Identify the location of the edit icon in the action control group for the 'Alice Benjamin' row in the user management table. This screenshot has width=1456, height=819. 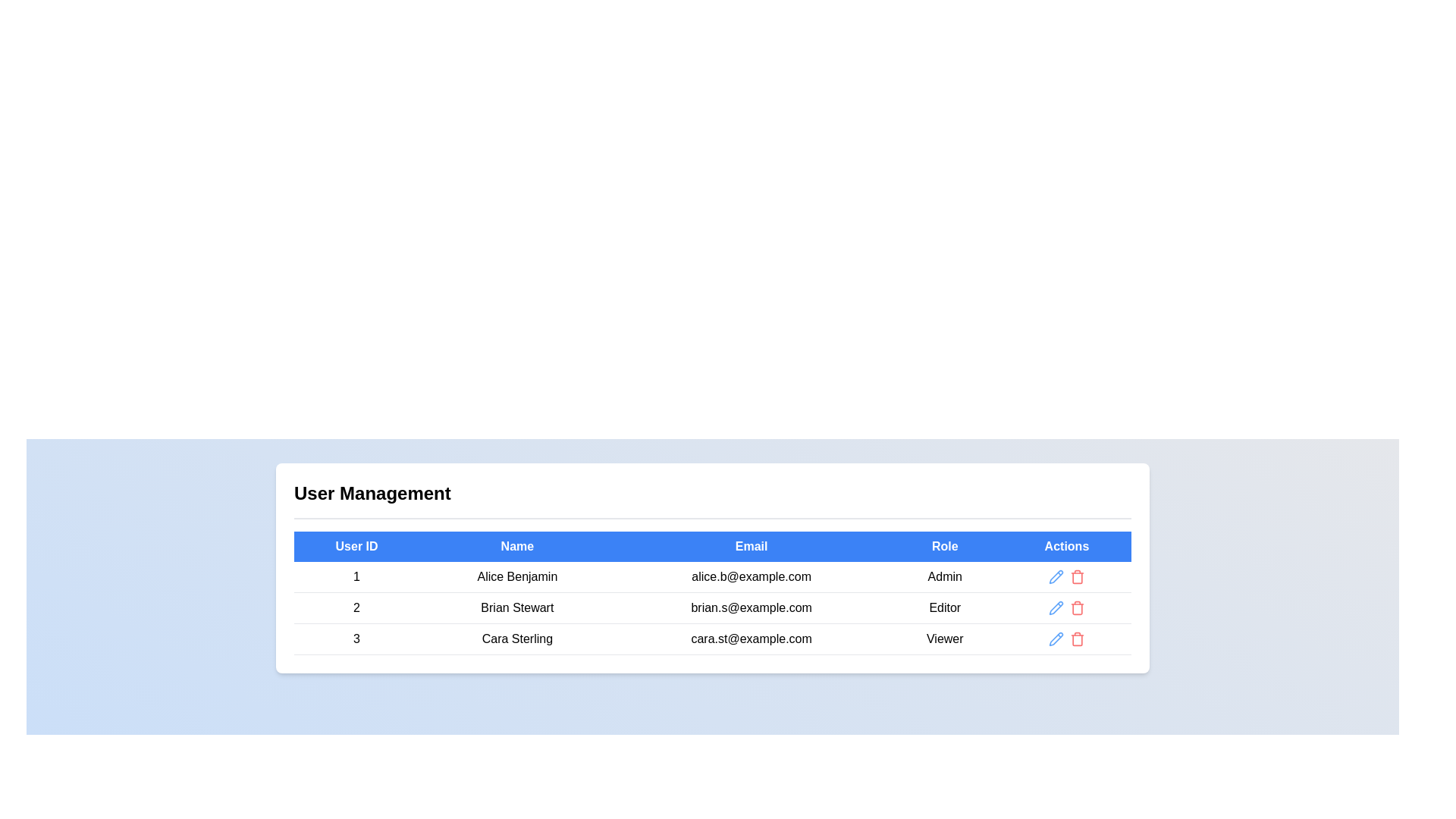
(1065, 577).